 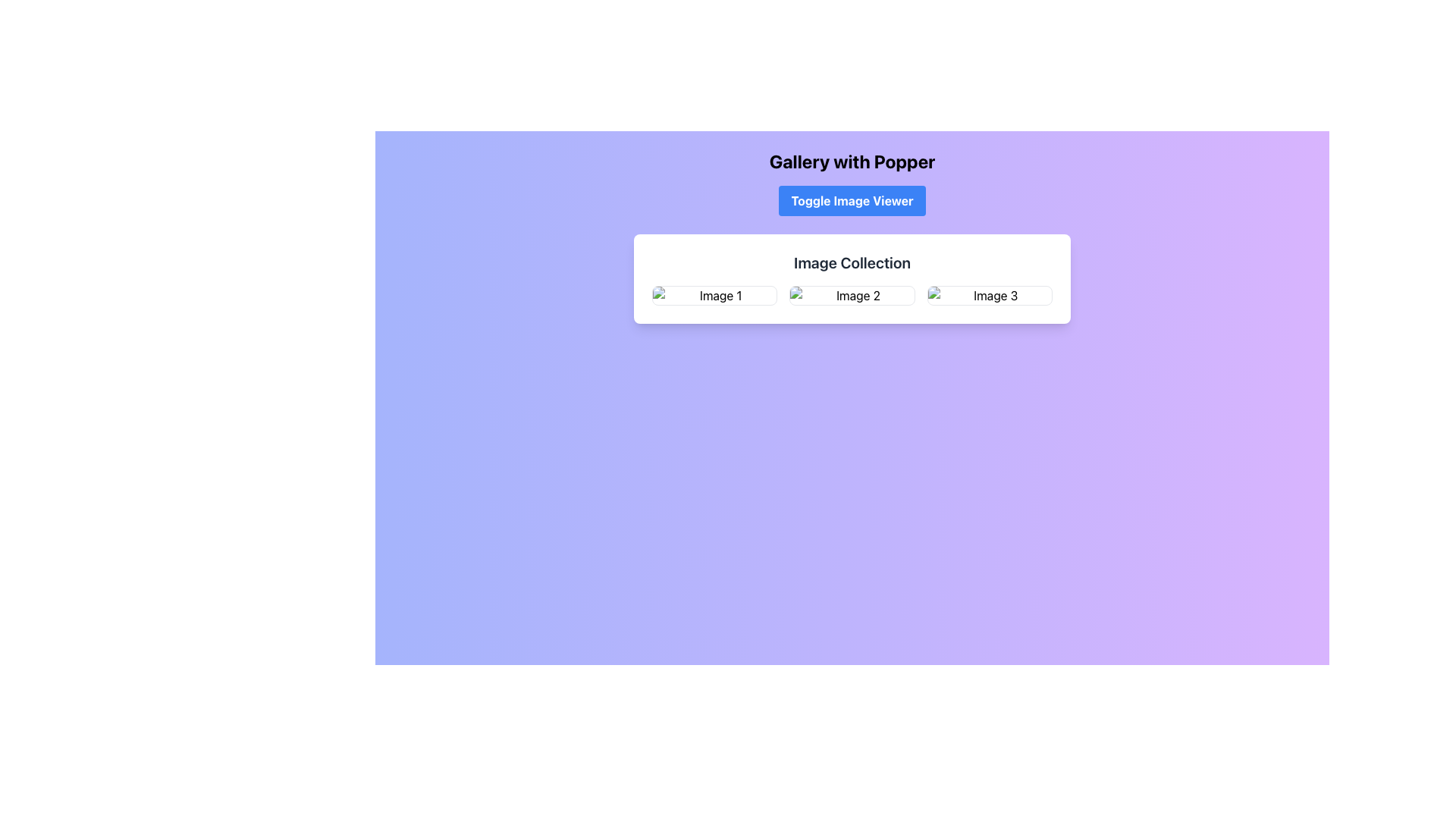 I want to click on the central image 'Image 2' in the Card that showcases a collection of images, so click(x=852, y=278).